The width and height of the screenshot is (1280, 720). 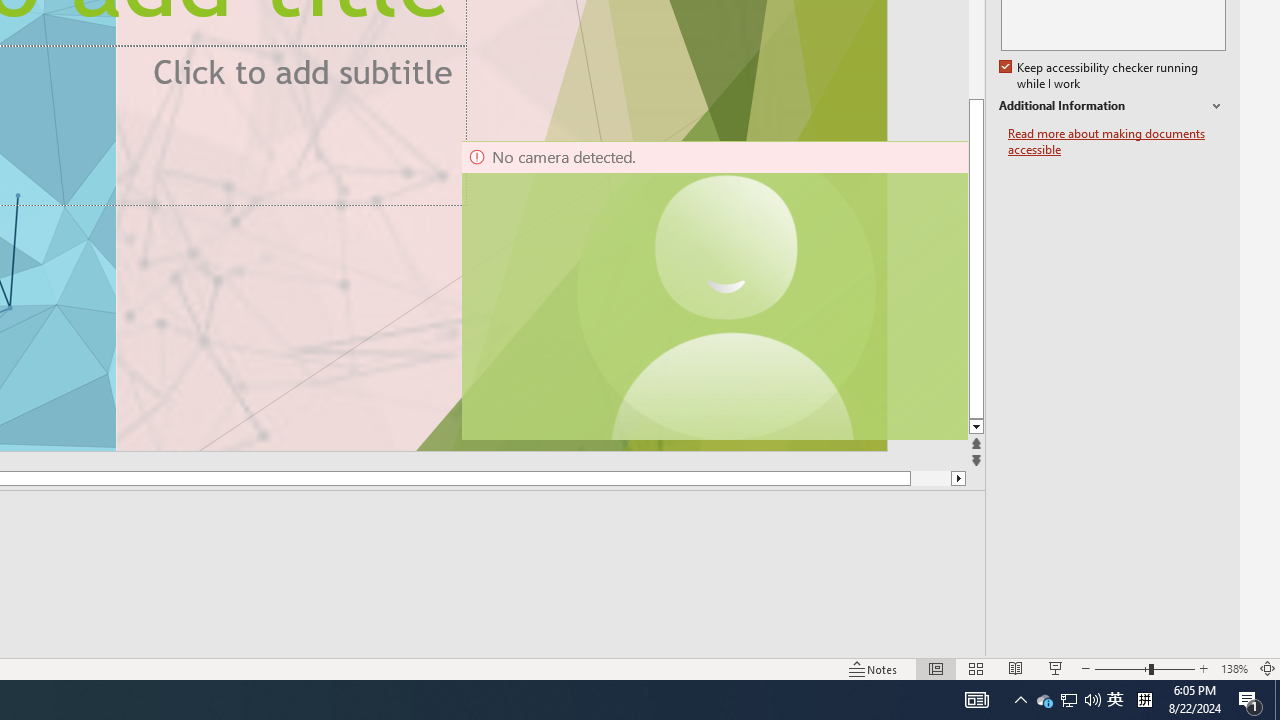 What do you see at coordinates (1055, 669) in the screenshot?
I see `'Slide Show'` at bounding box center [1055, 669].